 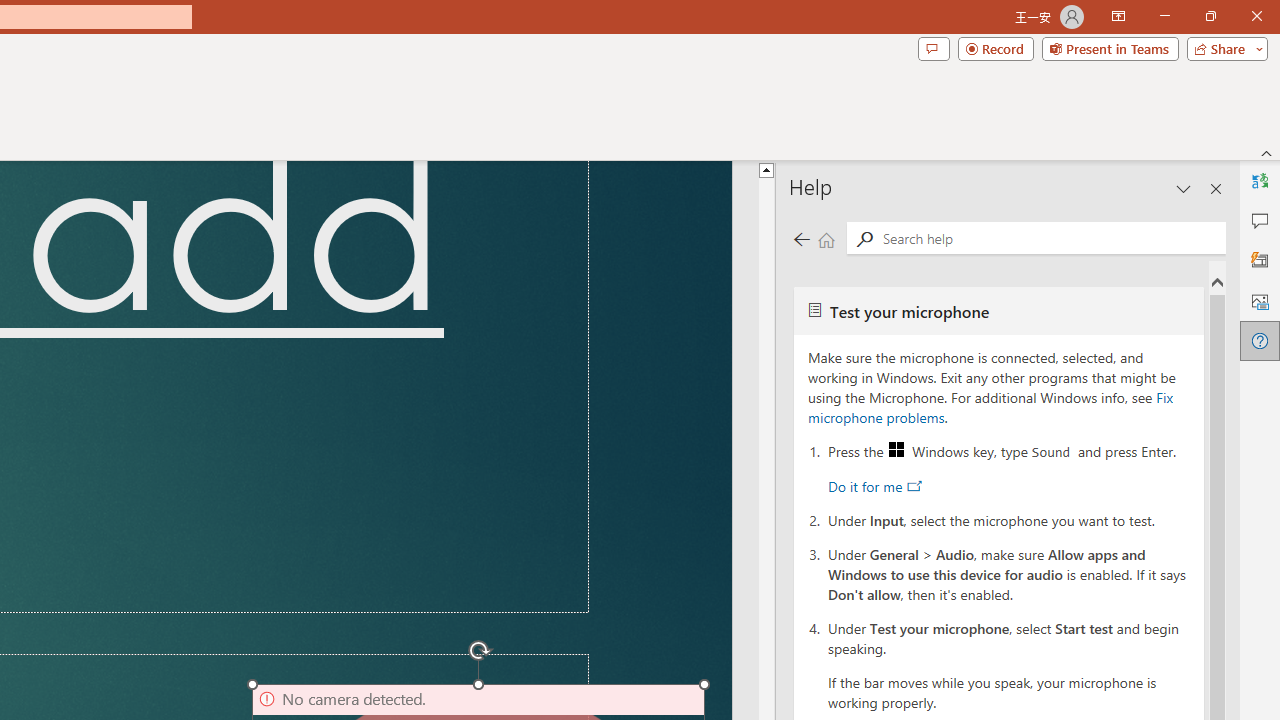 I want to click on 'Previous page', so click(x=801, y=238).